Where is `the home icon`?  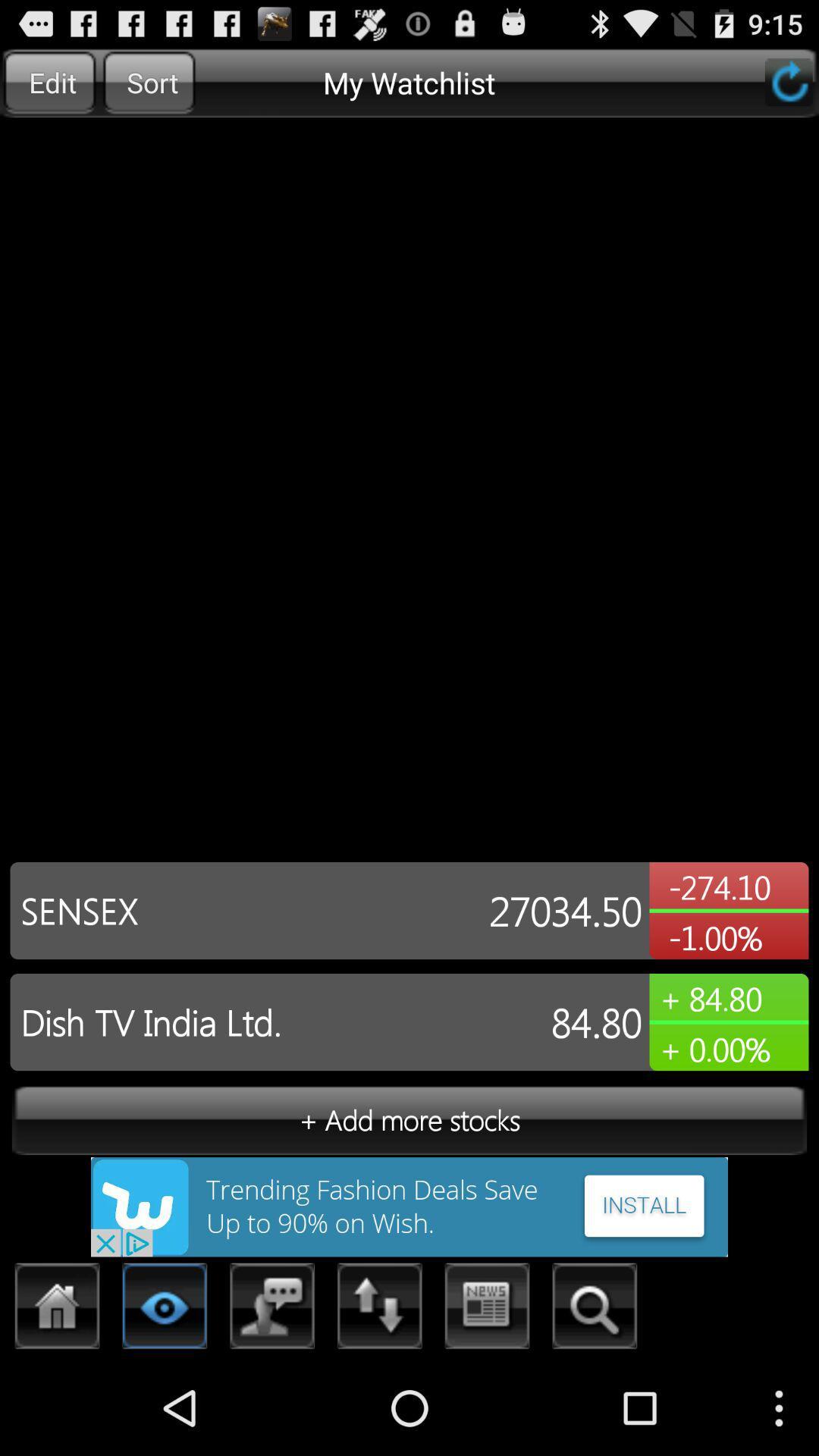
the home icon is located at coordinates (57, 1401).